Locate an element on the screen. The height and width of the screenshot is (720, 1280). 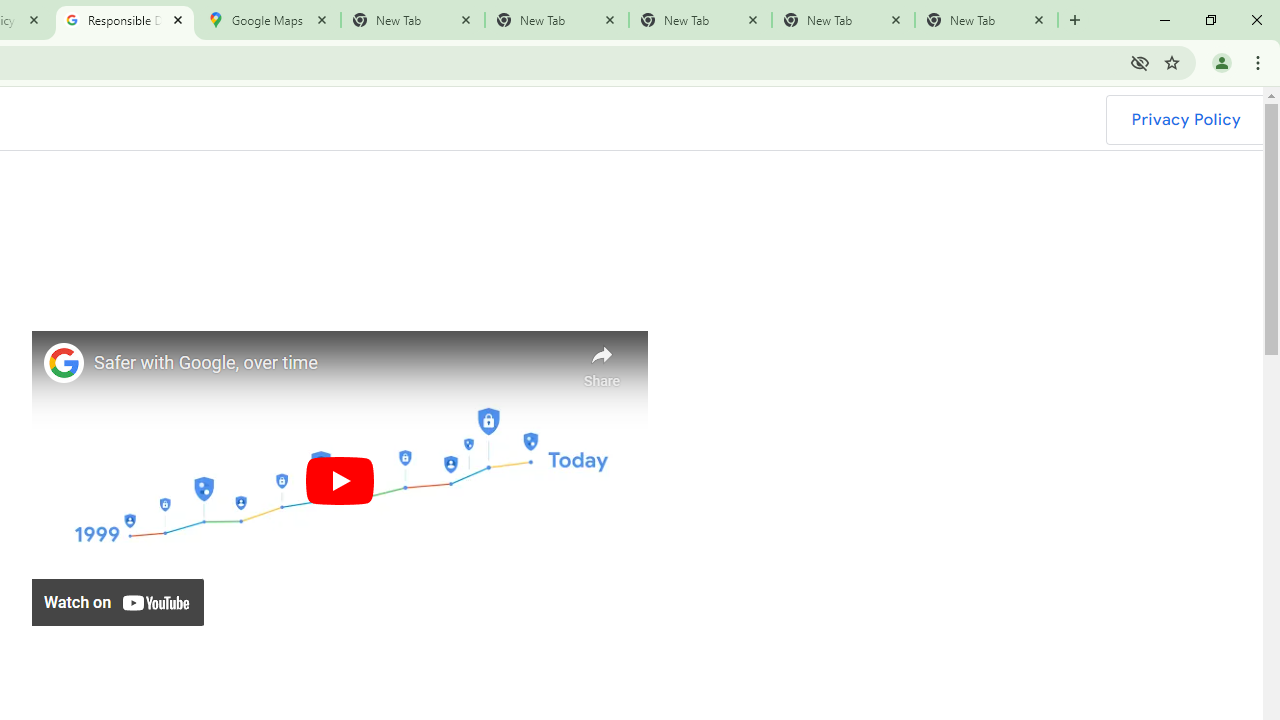
'Google Maps' is located at coordinates (267, 20).